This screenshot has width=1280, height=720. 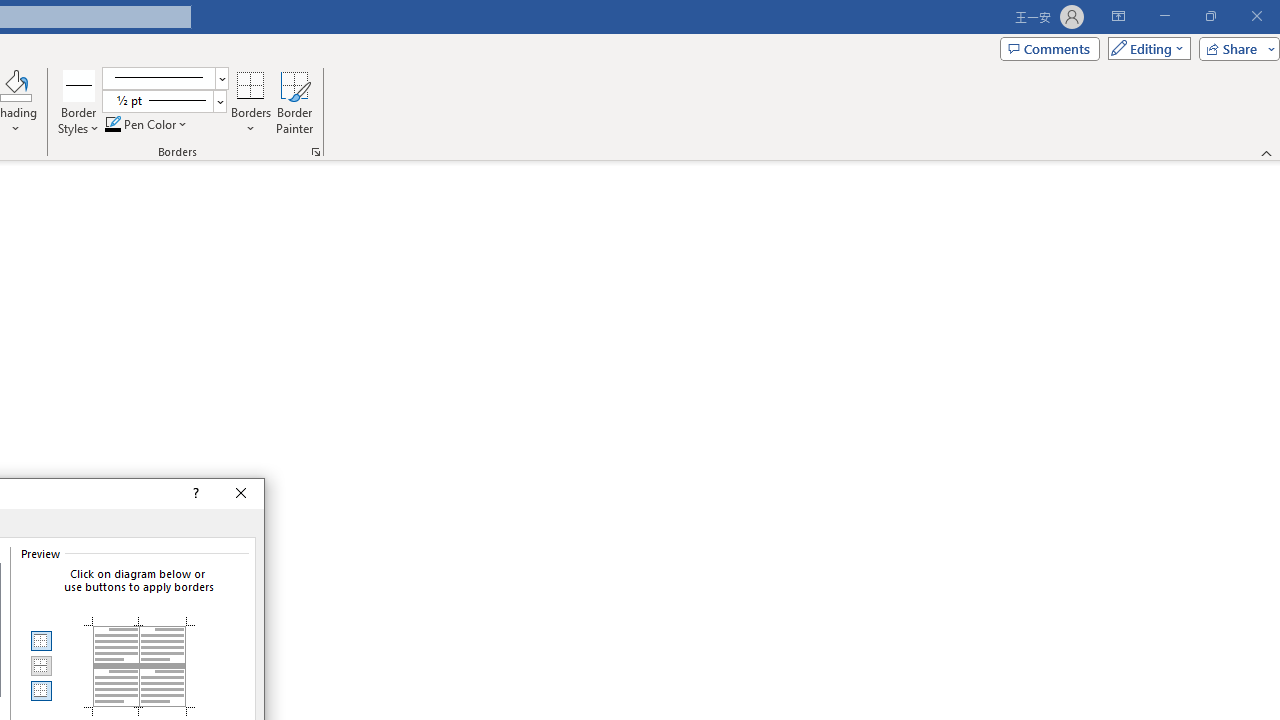 I want to click on 'Inside Horizontal Border', so click(x=40, y=666).